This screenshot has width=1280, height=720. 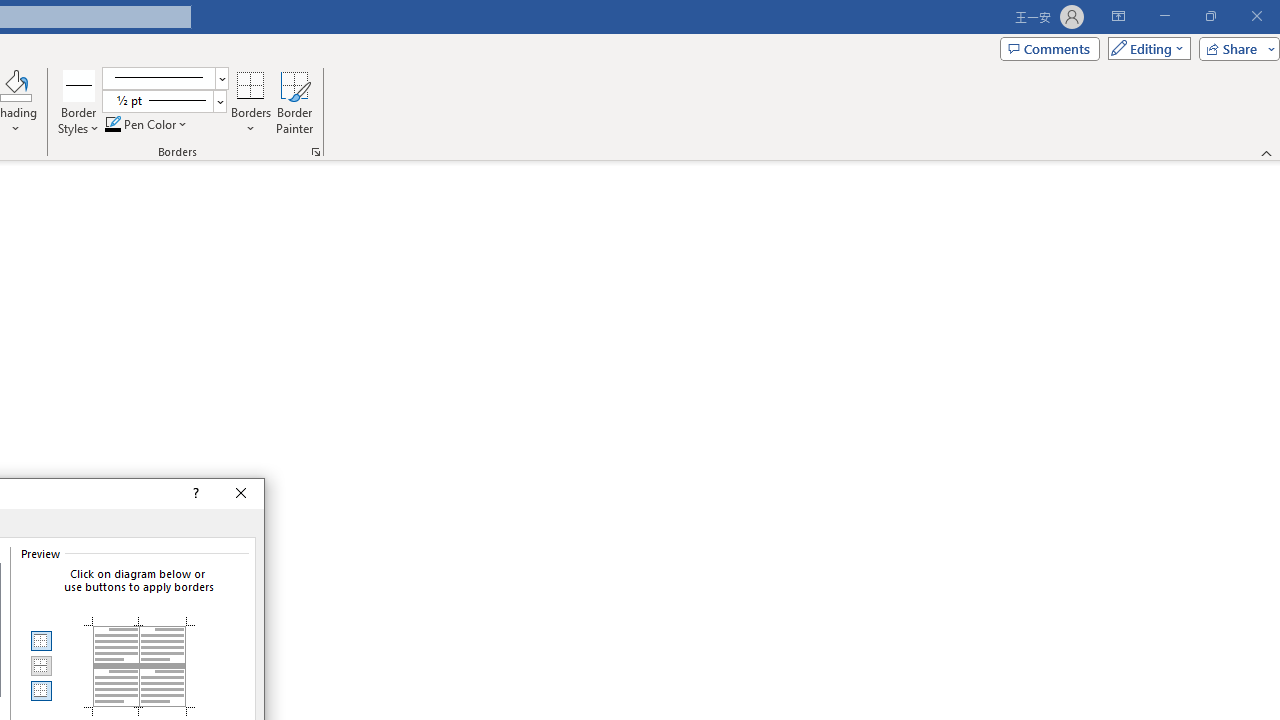 I want to click on 'Inside Horizontal Border', so click(x=40, y=666).